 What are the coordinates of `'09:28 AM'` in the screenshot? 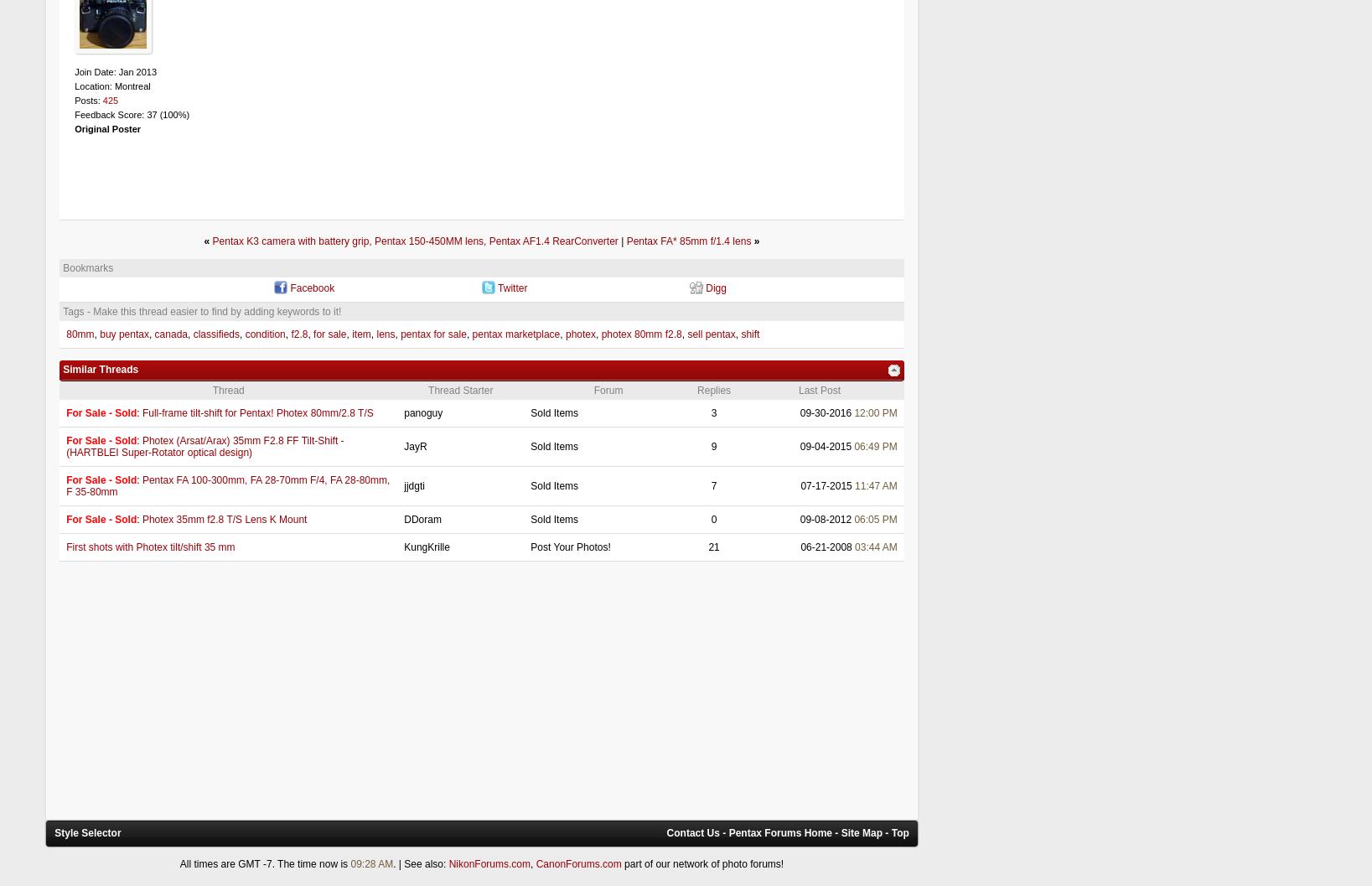 It's located at (371, 863).